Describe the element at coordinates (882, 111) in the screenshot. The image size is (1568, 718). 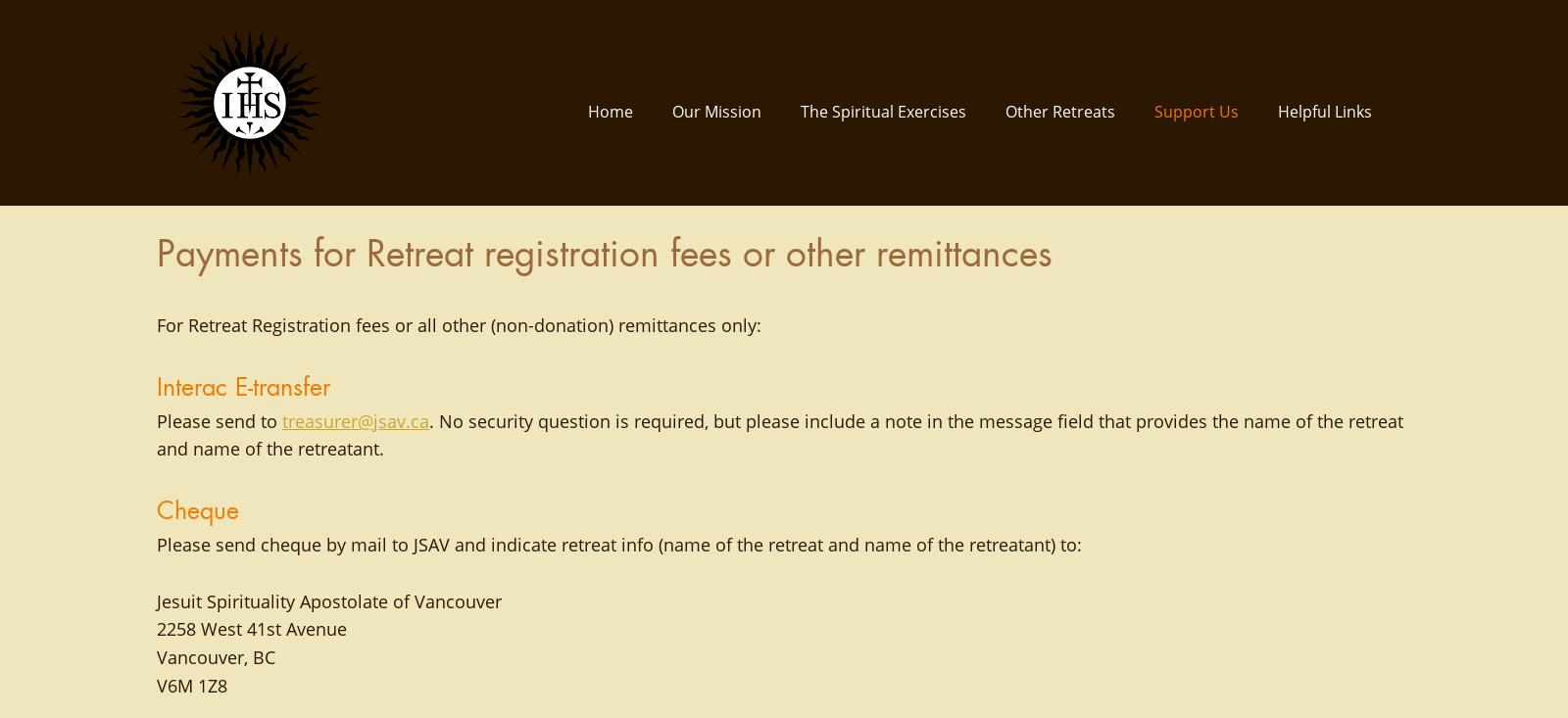
I see `'The Spiritual Exercises'` at that location.